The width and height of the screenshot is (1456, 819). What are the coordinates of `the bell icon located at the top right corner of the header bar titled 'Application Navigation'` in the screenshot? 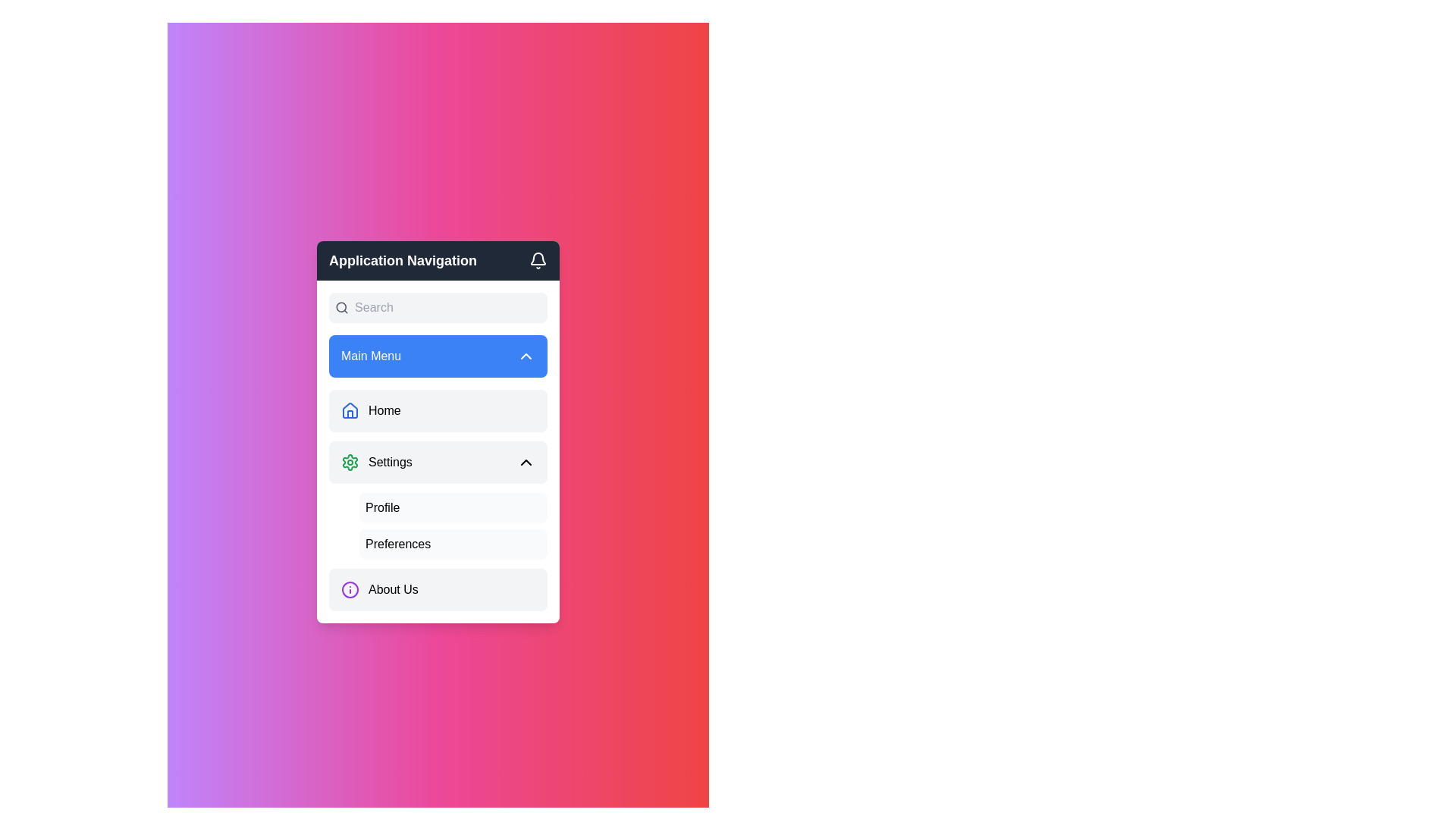 It's located at (538, 259).